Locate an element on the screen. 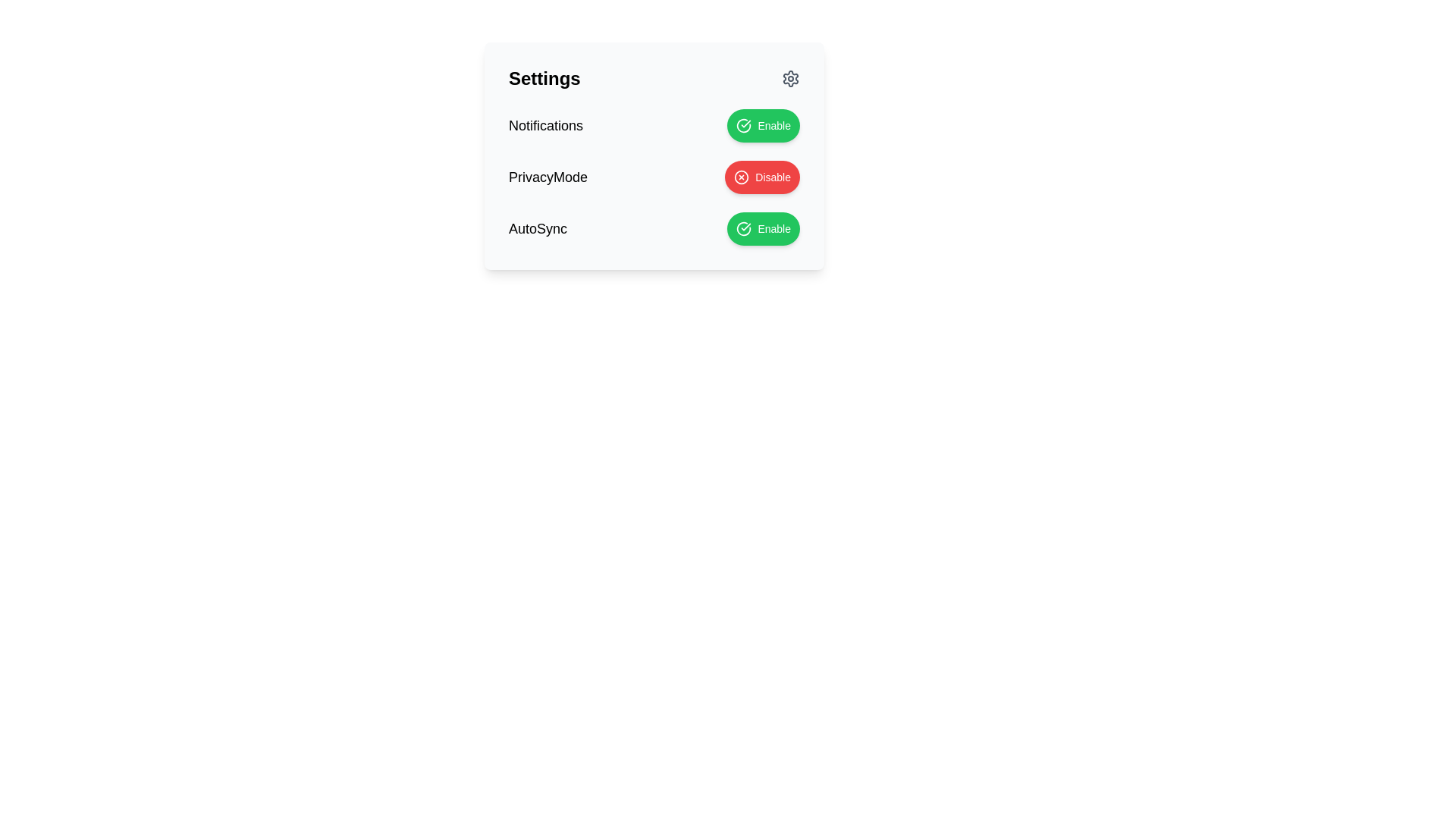 The width and height of the screenshot is (1456, 819). the settings gear icon located at the top right corner of the settings panel is located at coordinates (789, 79).